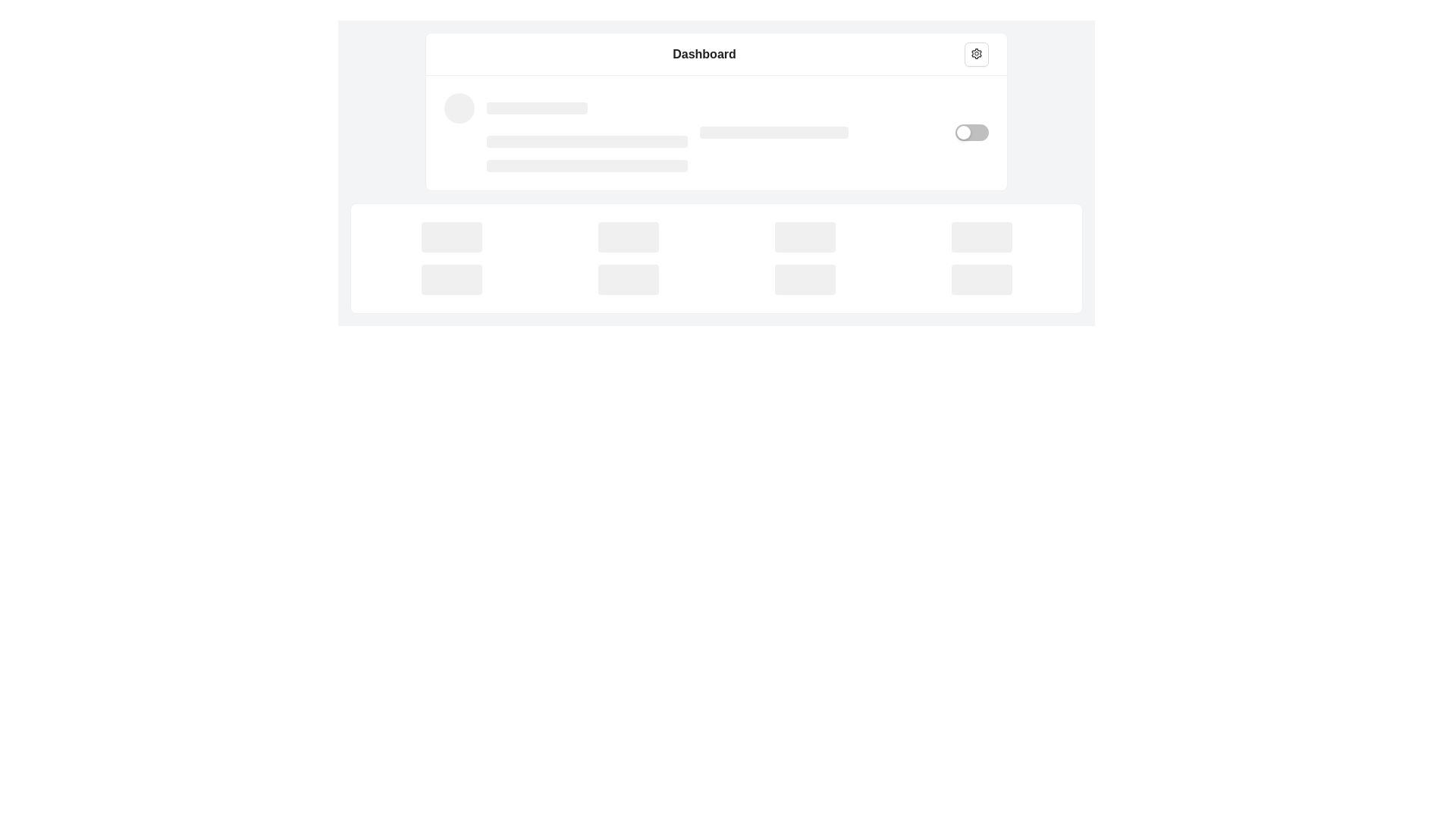 The width and height of the screenshot is (1456, 819). I want to click on the skeleton placeholder button, which indicates a loading state for a button or interactive component, to observe potential styling effects, so click(628, 237).